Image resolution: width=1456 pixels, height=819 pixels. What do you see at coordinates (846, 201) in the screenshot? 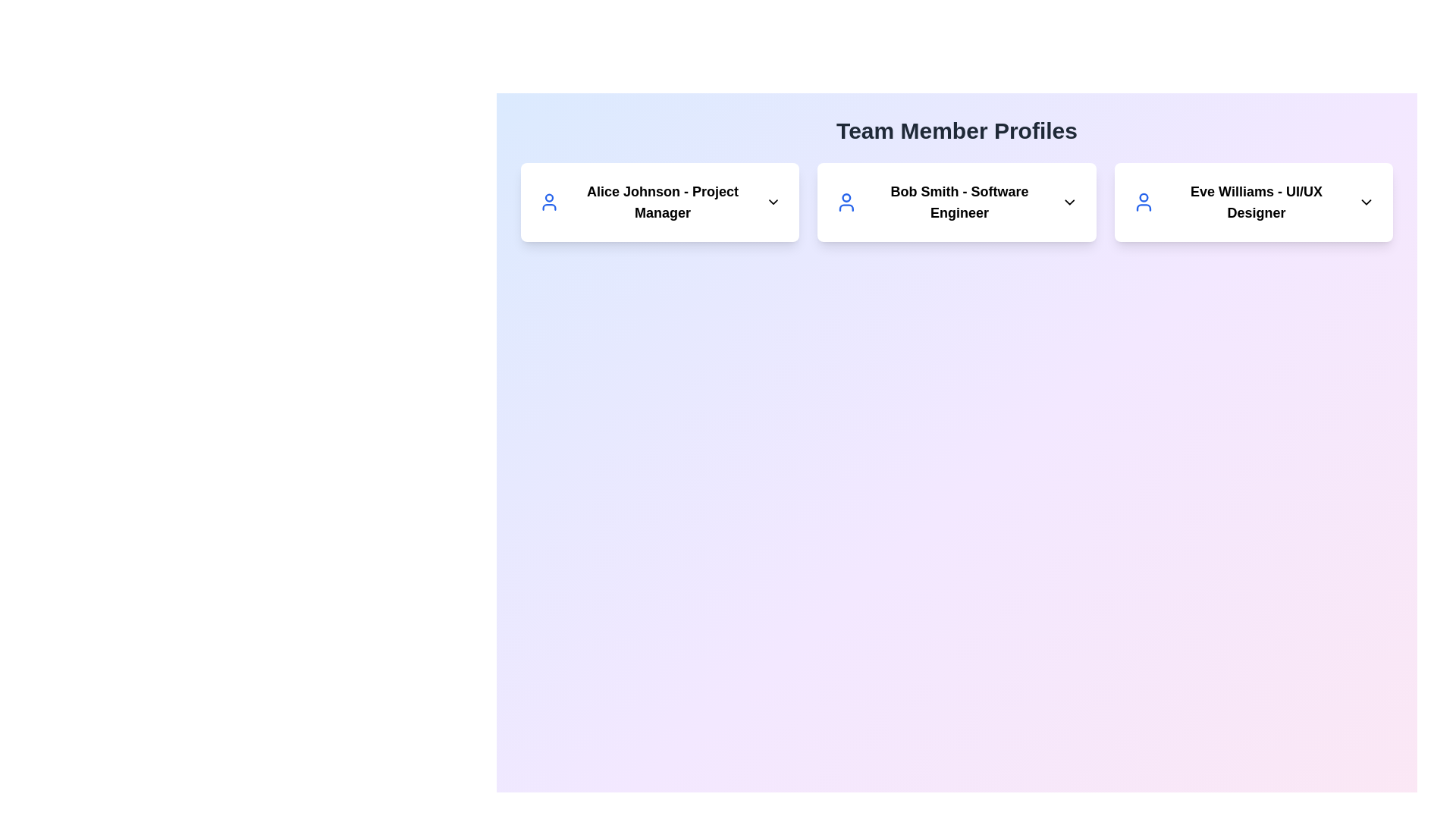
I see `the round user icon with a blue outline representing Bob Smith's profile, located at the top-left corner of the user section` at bounding box center [846, 201].